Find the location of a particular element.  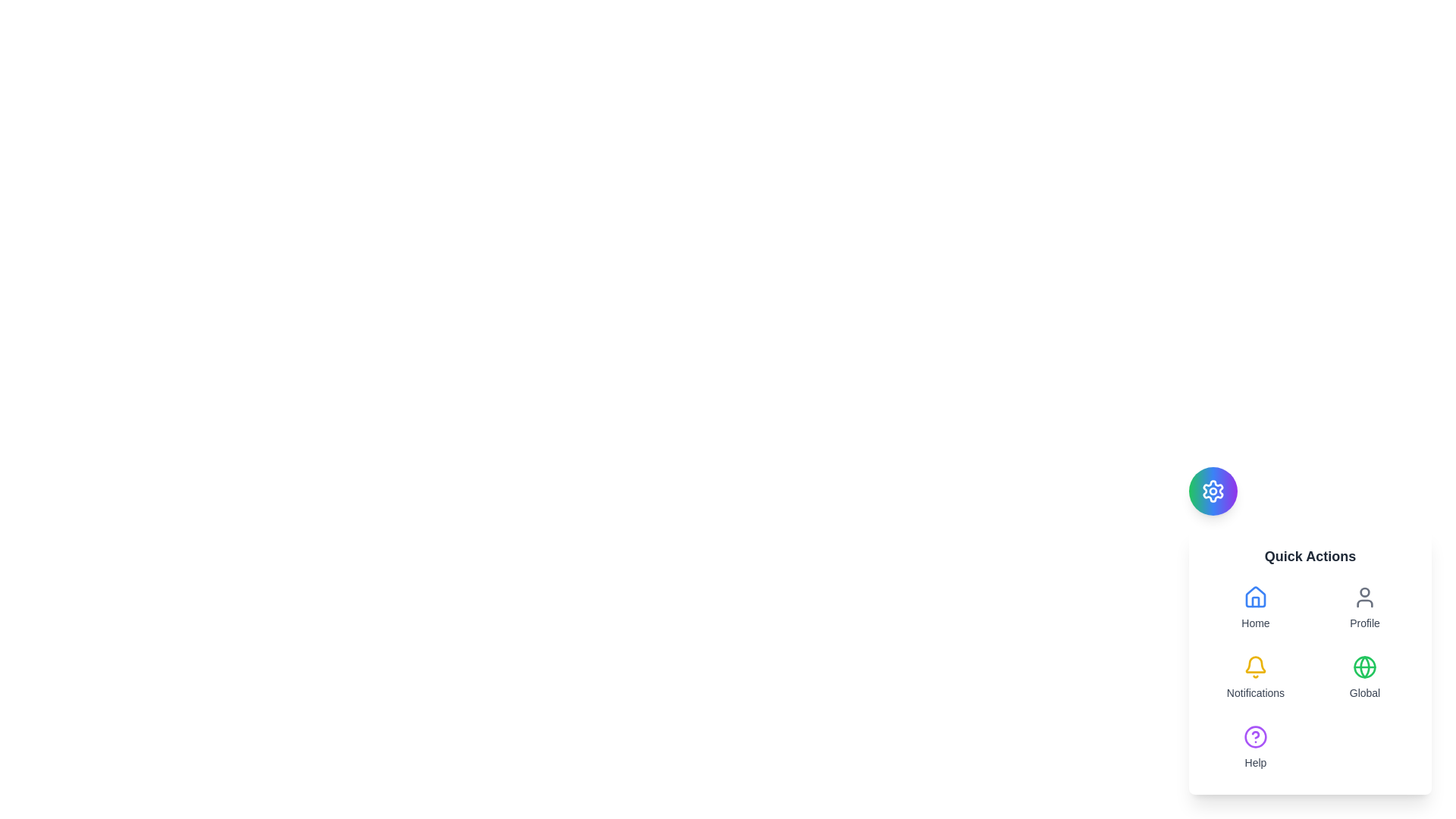

the Interactive Button labeled 'Help' located at the bottom of the grid structure is located at coordinates (1256, 747).